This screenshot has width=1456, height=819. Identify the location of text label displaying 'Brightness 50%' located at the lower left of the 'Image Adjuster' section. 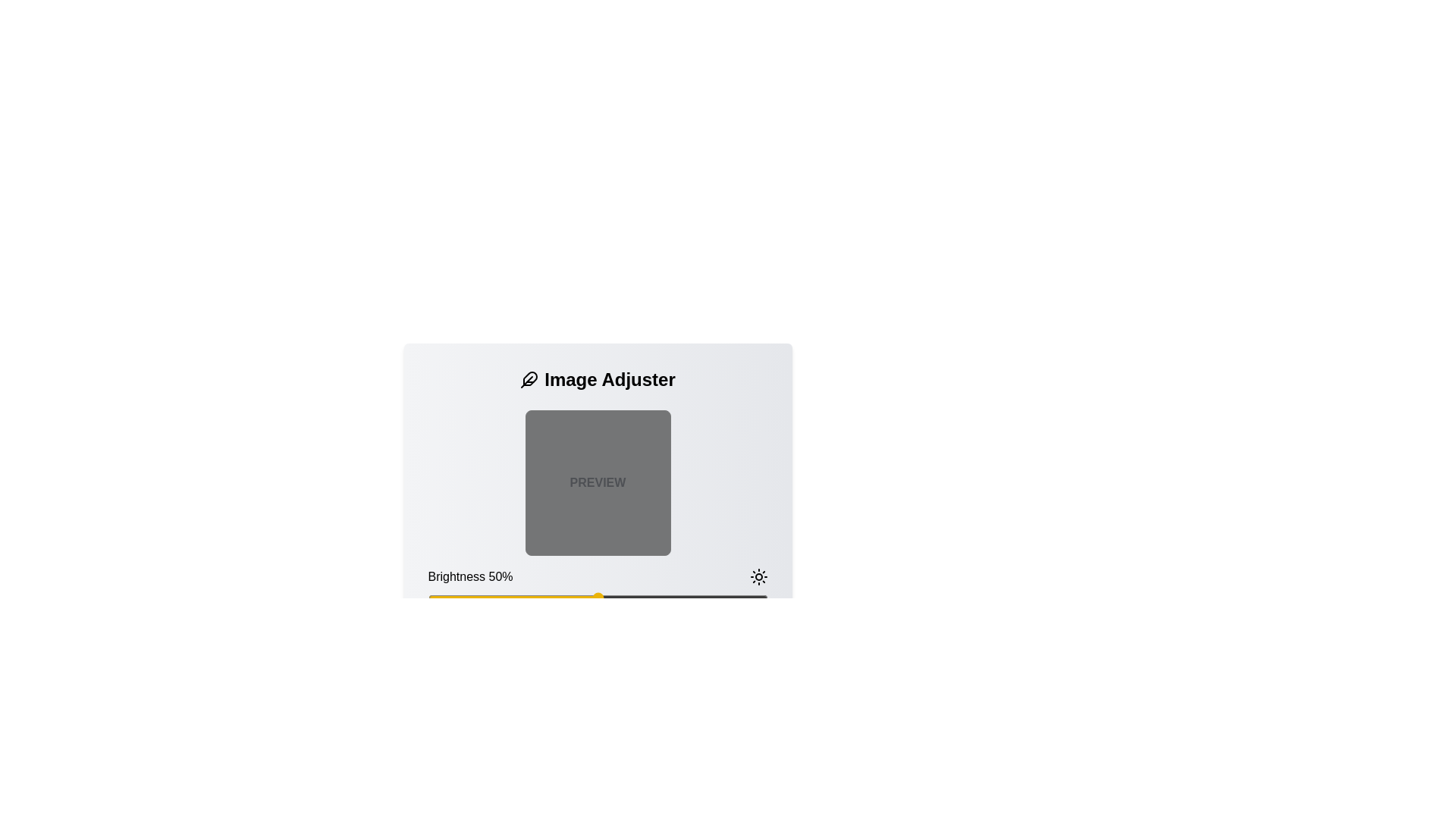
(469, 576).